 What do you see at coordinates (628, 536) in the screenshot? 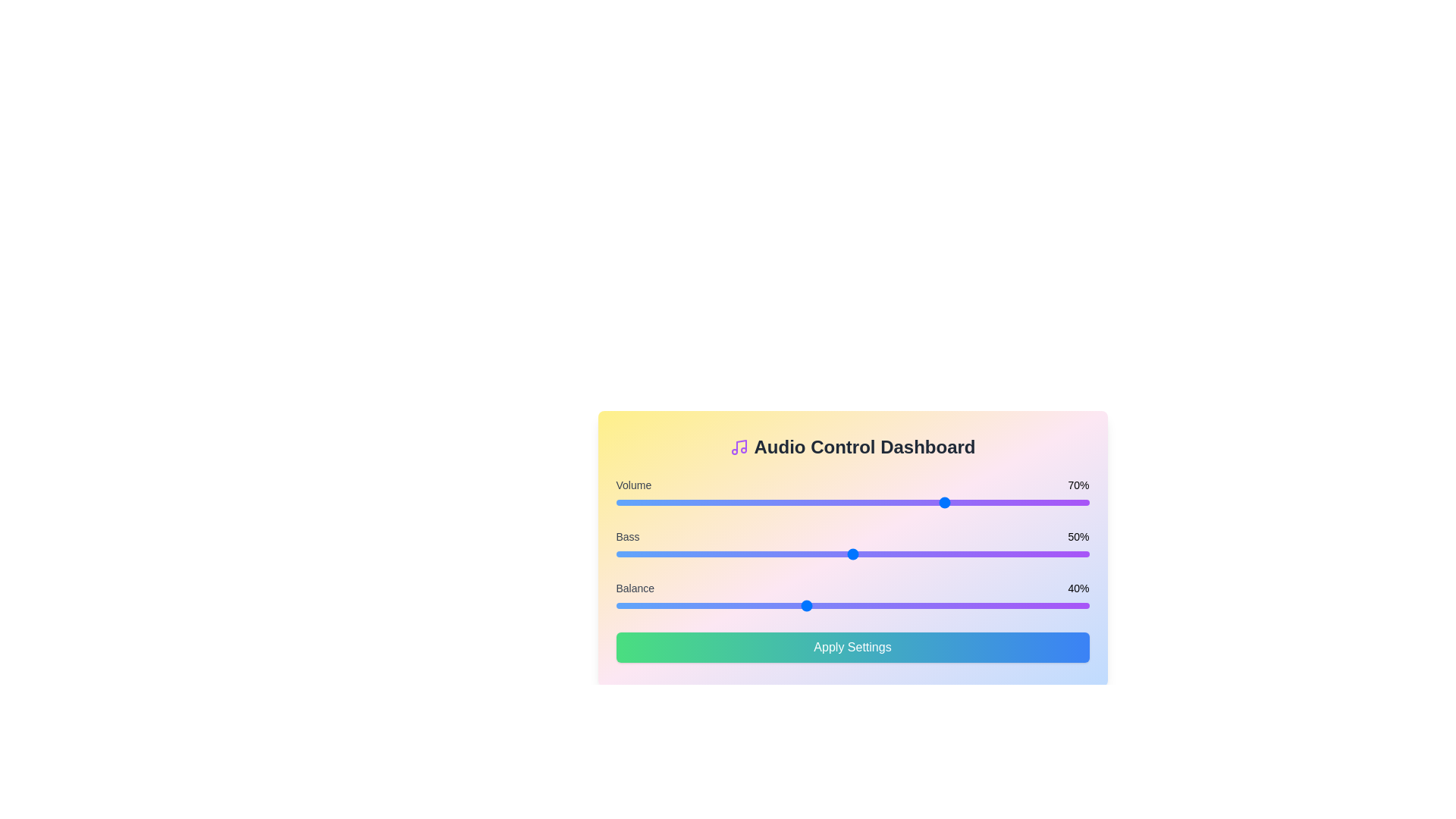
I see `the text label displaying 'Bass', which is styled in gray and positioned between the 'Volume' and 'Balance' labels on the dashboard` at bounding box center [628, 536].